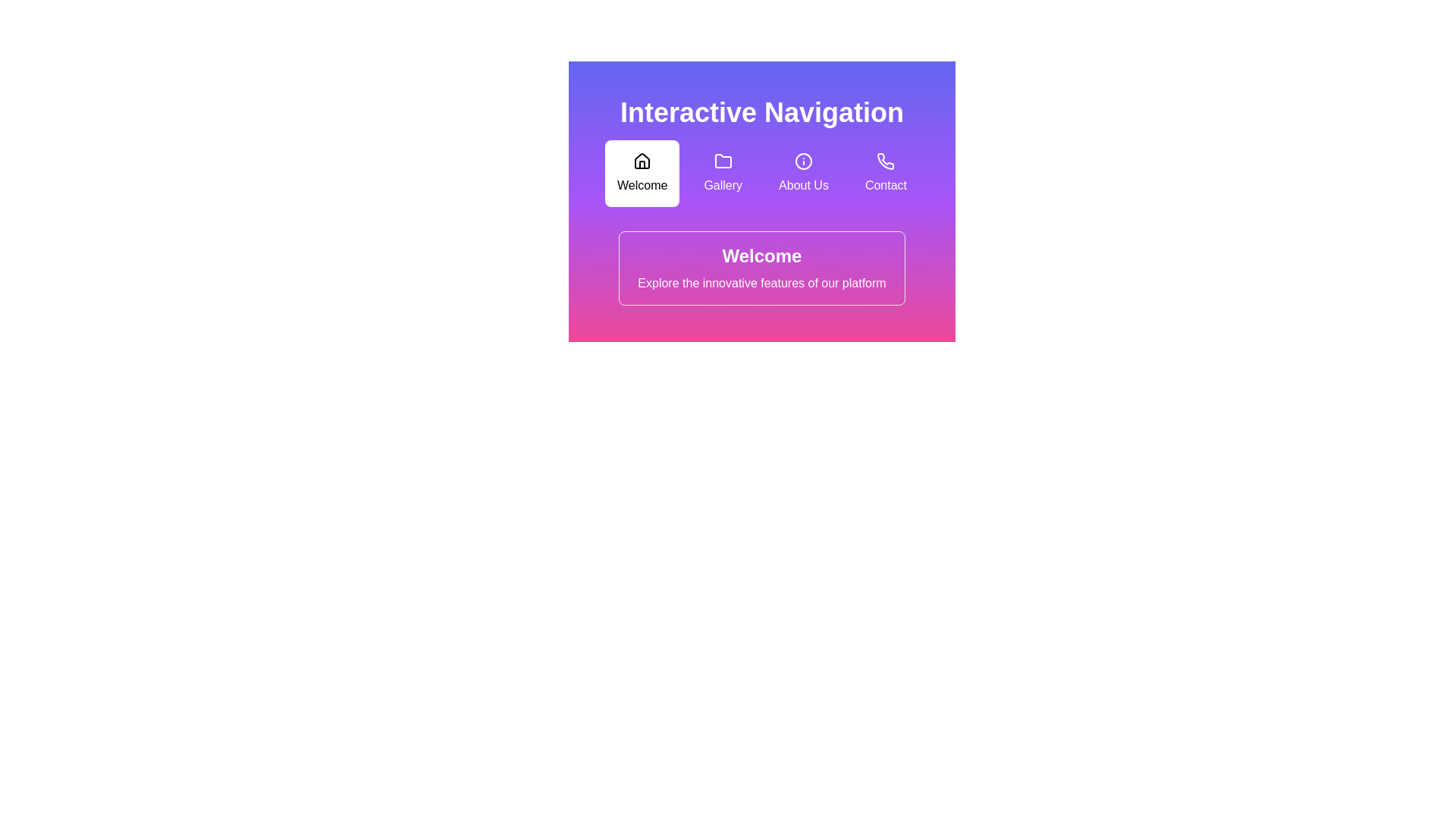 This screenshot has height=819, width=1456. Describe the element at coordinates (722, 172) in the screenshot. I see `the 'Gallery' button, which is a square area with a folder icon and the word 'Gallery' below it, located between the 'Welcome' and 'About Us' elements` at that location.